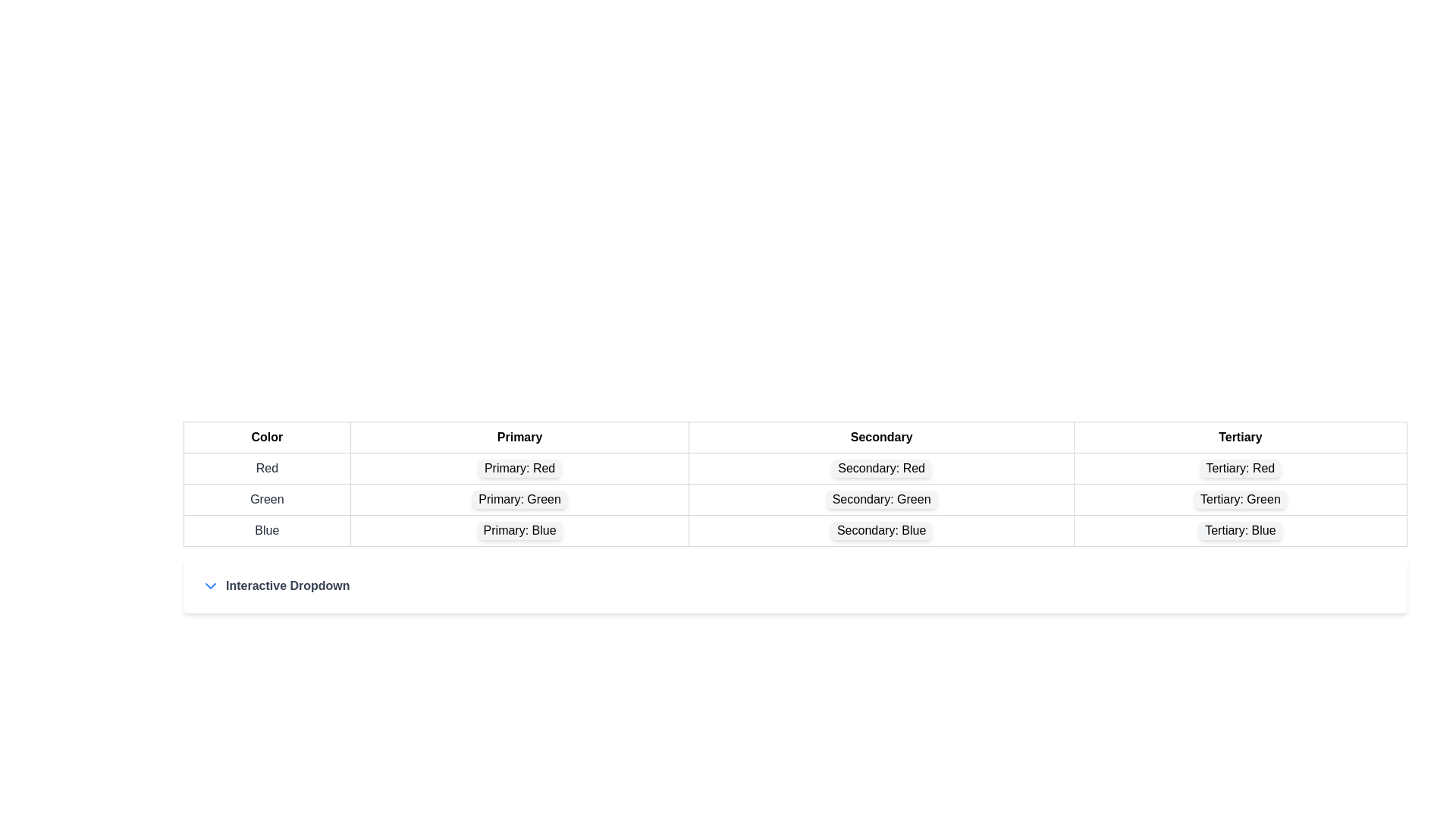 This screenshot has width=1456, height=819. I want to click on the static text label indicating the 'Blue' color category located in the third row of the table under the 'Color' column, so click(267, 529).